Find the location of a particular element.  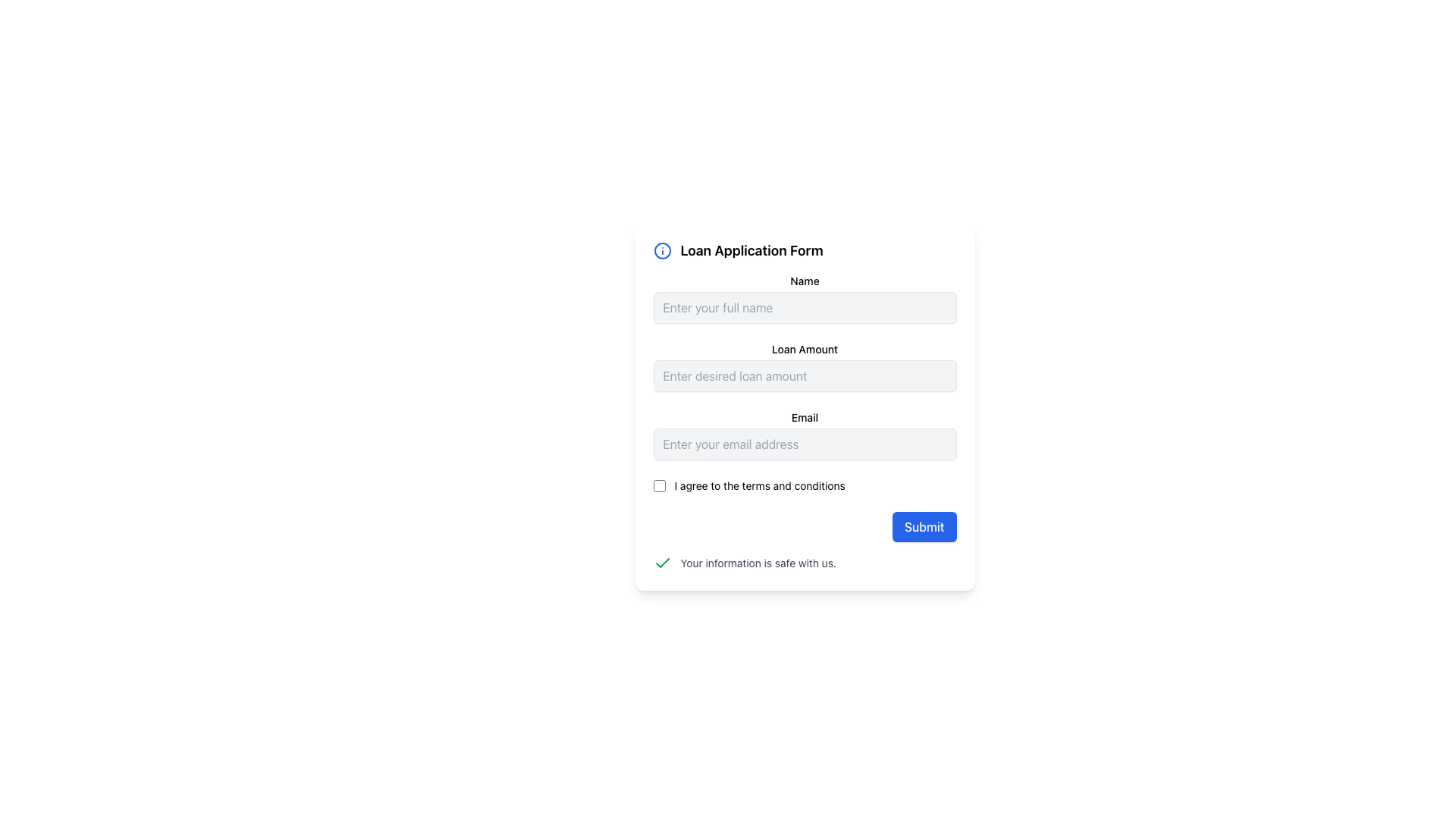

the information icon with a blue circular outline located in the top-left of the header section of the 'Loan Application Form' is located at coordinates (662, 250).